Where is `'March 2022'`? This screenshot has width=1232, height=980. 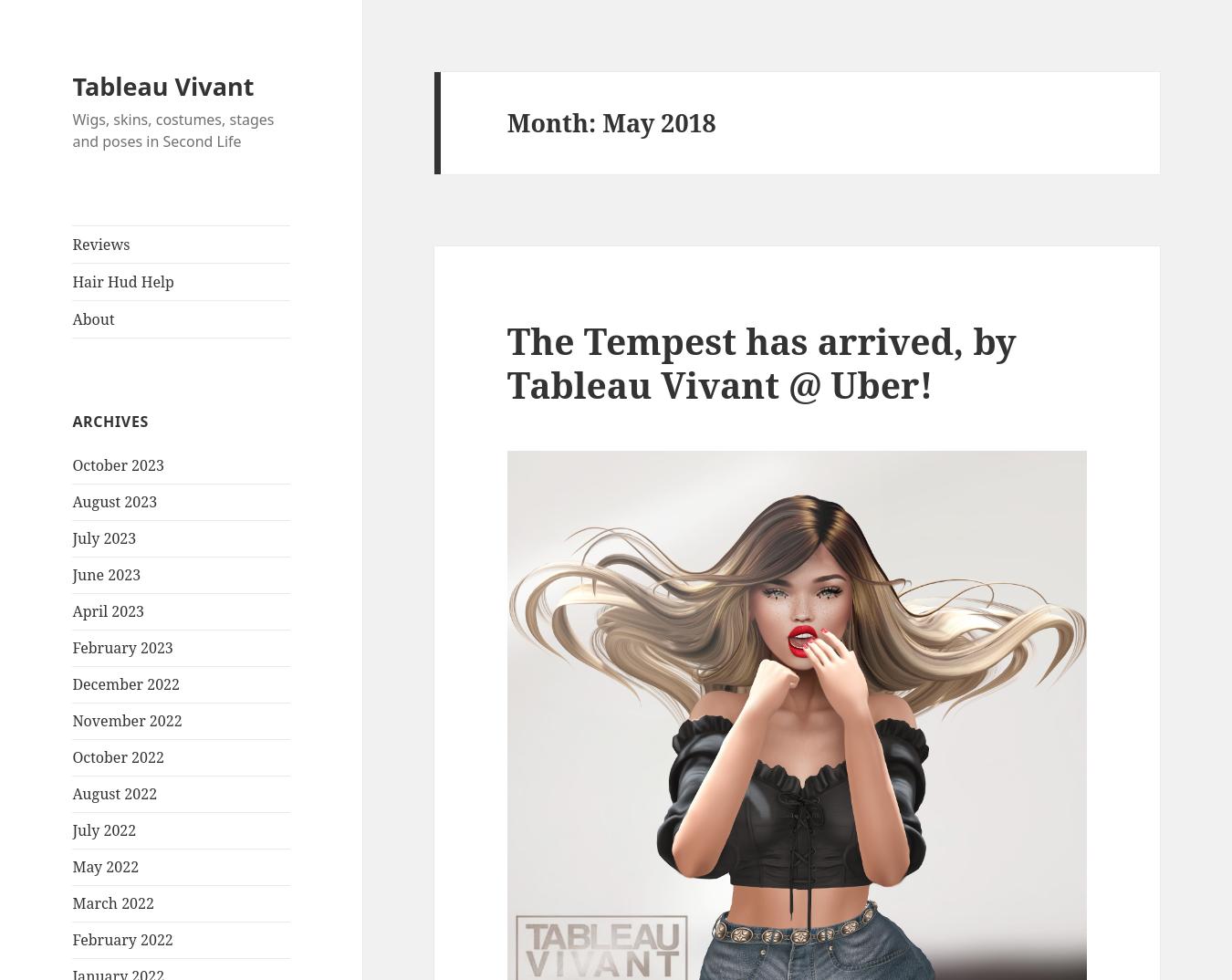 'March 2022' is located at coordinates (70, 902).